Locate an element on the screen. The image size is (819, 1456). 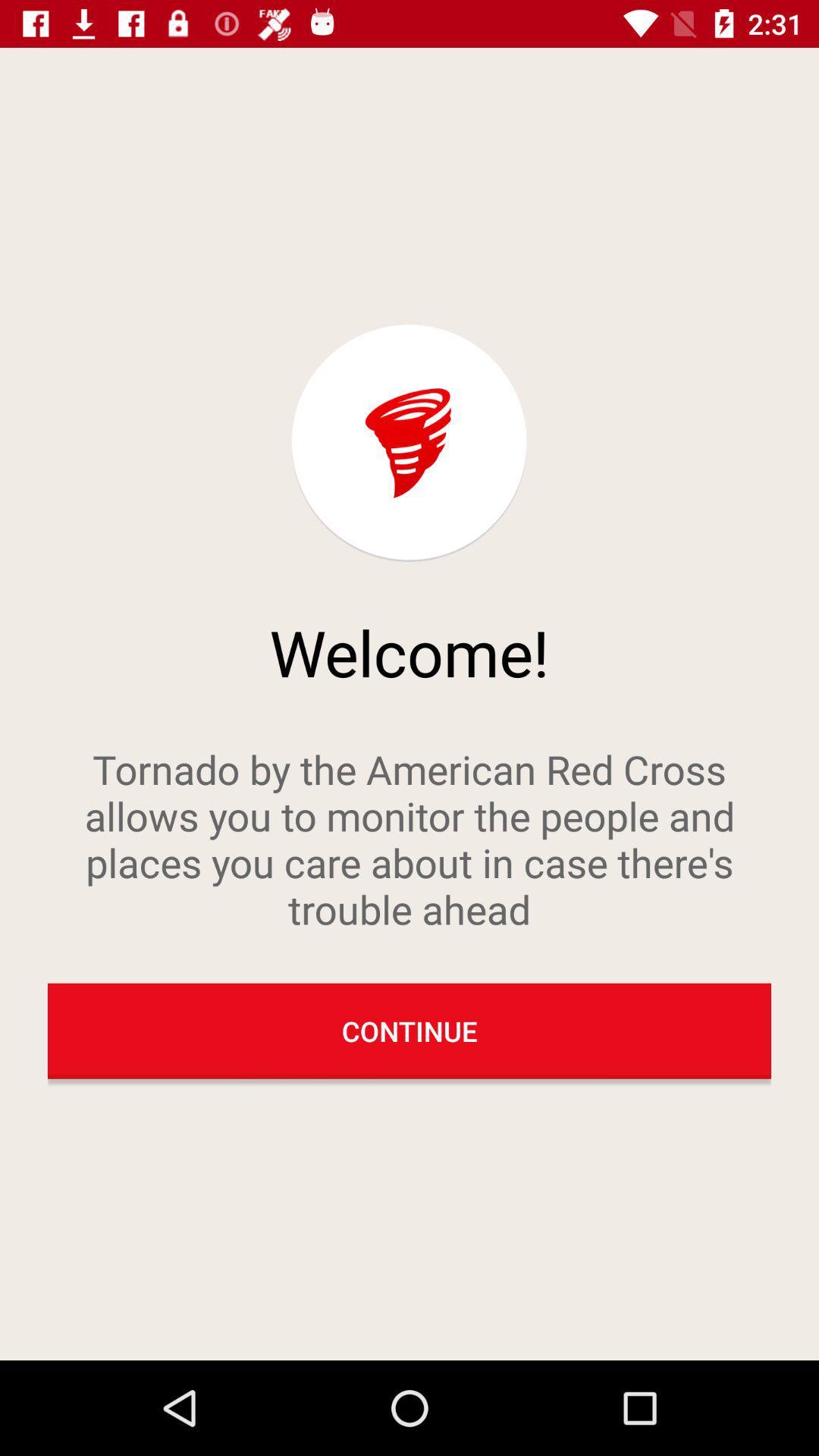
item below tornado by the app is located at coordinates (409, 1031).